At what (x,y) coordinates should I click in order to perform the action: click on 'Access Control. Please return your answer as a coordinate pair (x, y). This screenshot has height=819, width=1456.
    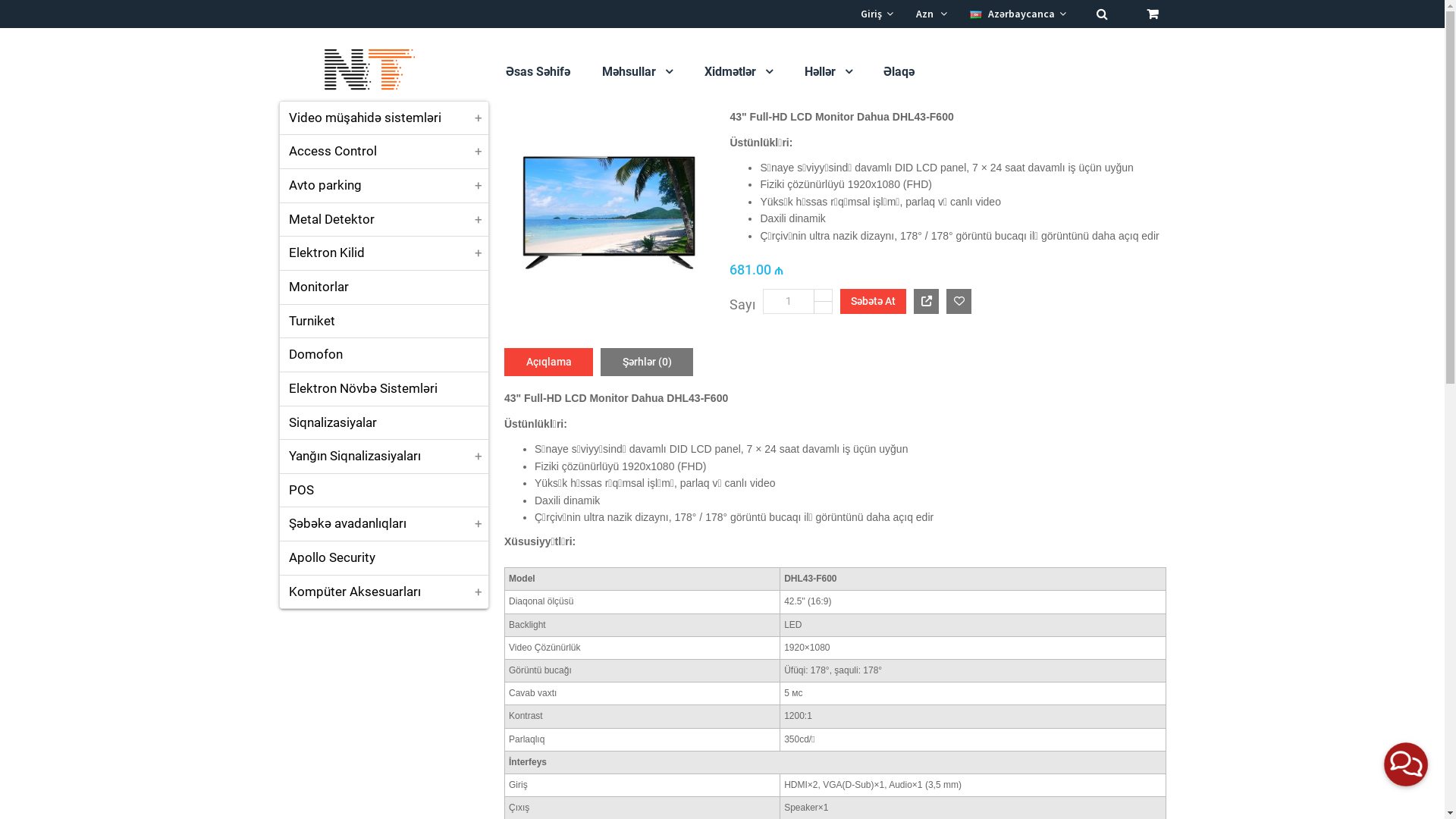
    Looking at the image, I should click on (383, 152).